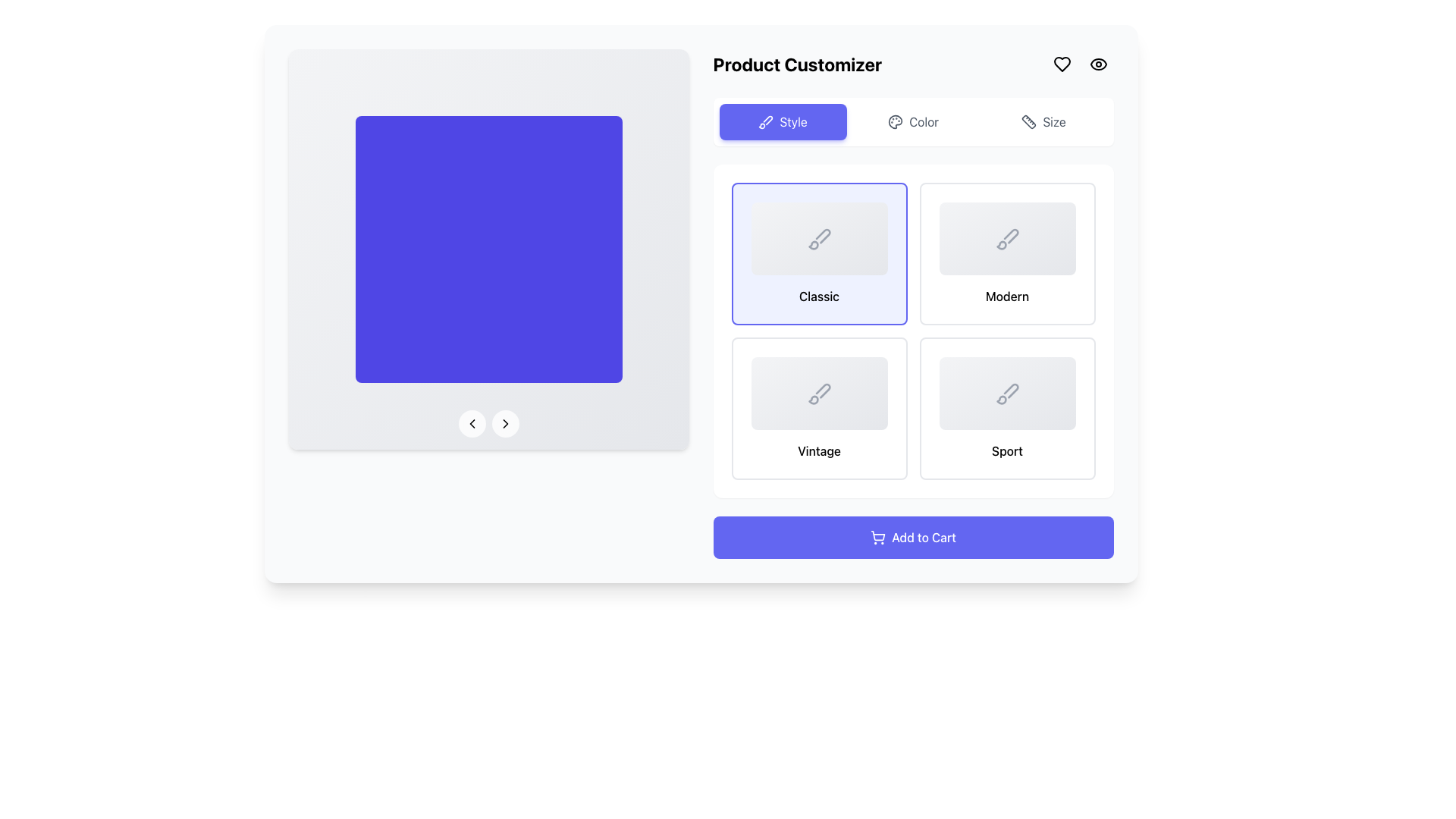 Image resolution: width=1456 pixels, height=819 pixels. Describe the element at coordinates (1098, 63) in the screenshot. I see `the interactive visibility toggle icon located in the upper-right corner of the layout, immediately to the right of a heart-shaped icon` at that location.